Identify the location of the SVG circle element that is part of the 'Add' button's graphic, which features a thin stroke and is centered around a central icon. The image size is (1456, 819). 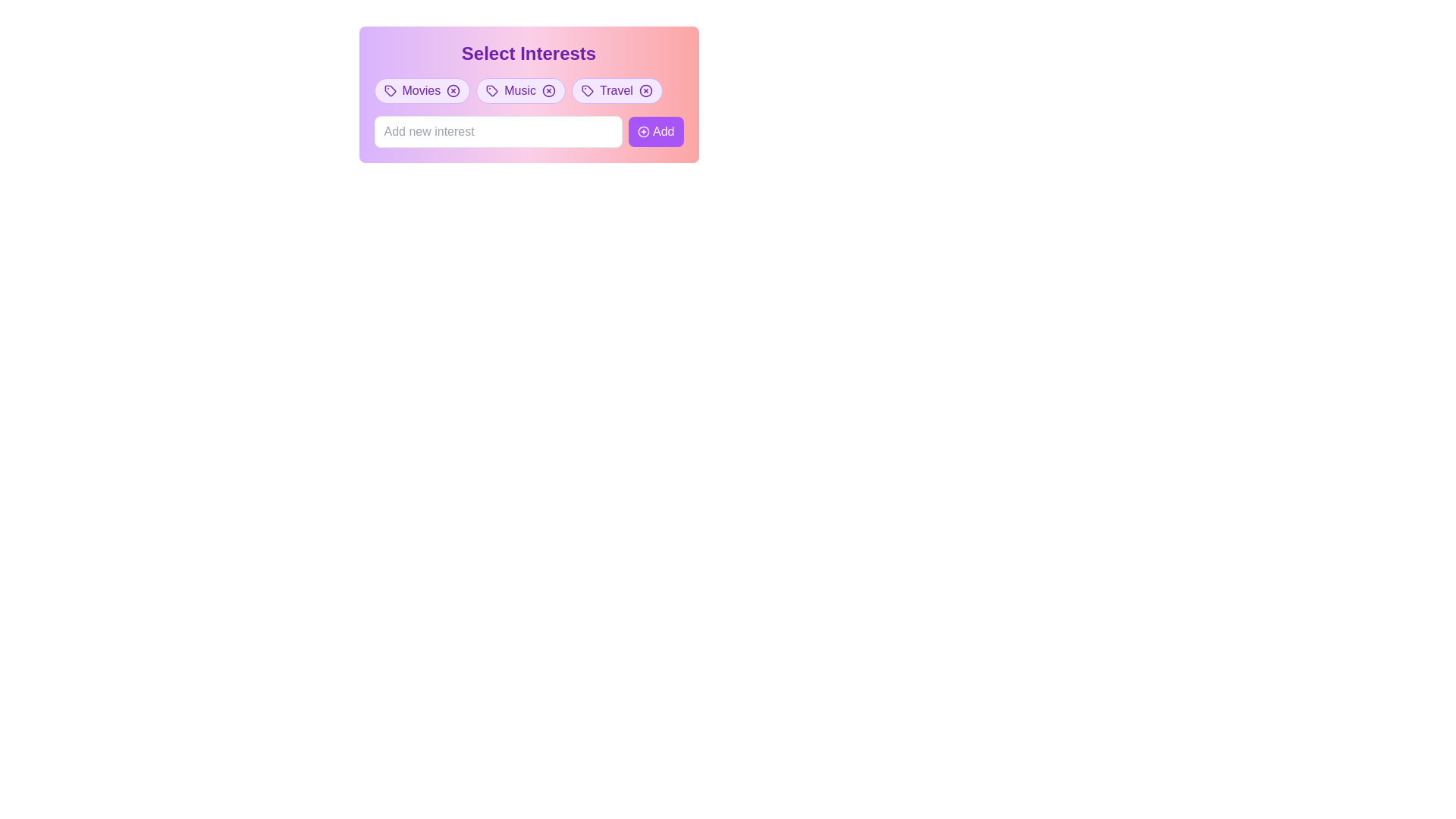
(644, 130).